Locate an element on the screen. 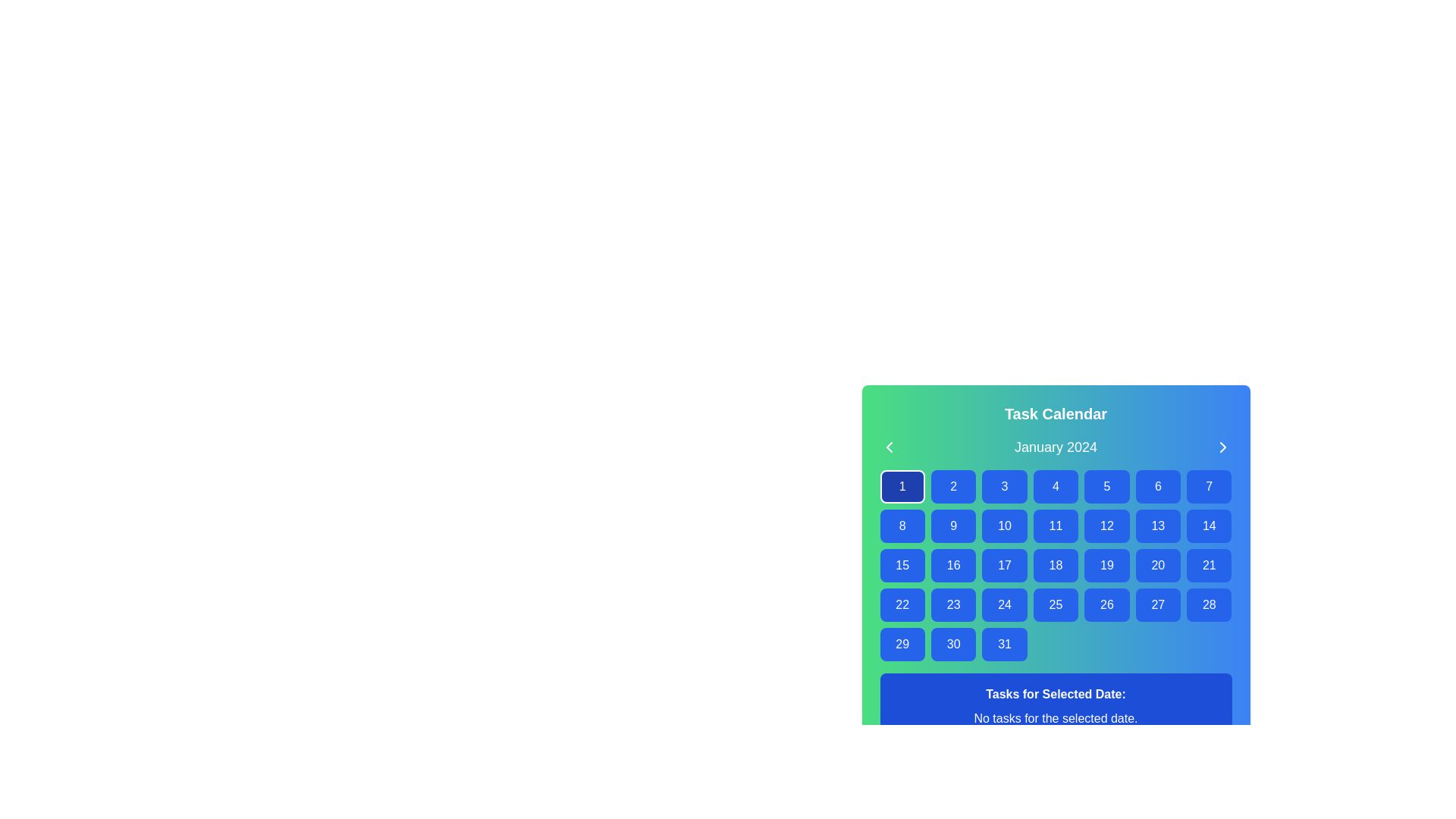  the Chevron Icon Button located at the top left corner of the calendar interface, used for navigating to the previous month is located at coordinates (889, 447).